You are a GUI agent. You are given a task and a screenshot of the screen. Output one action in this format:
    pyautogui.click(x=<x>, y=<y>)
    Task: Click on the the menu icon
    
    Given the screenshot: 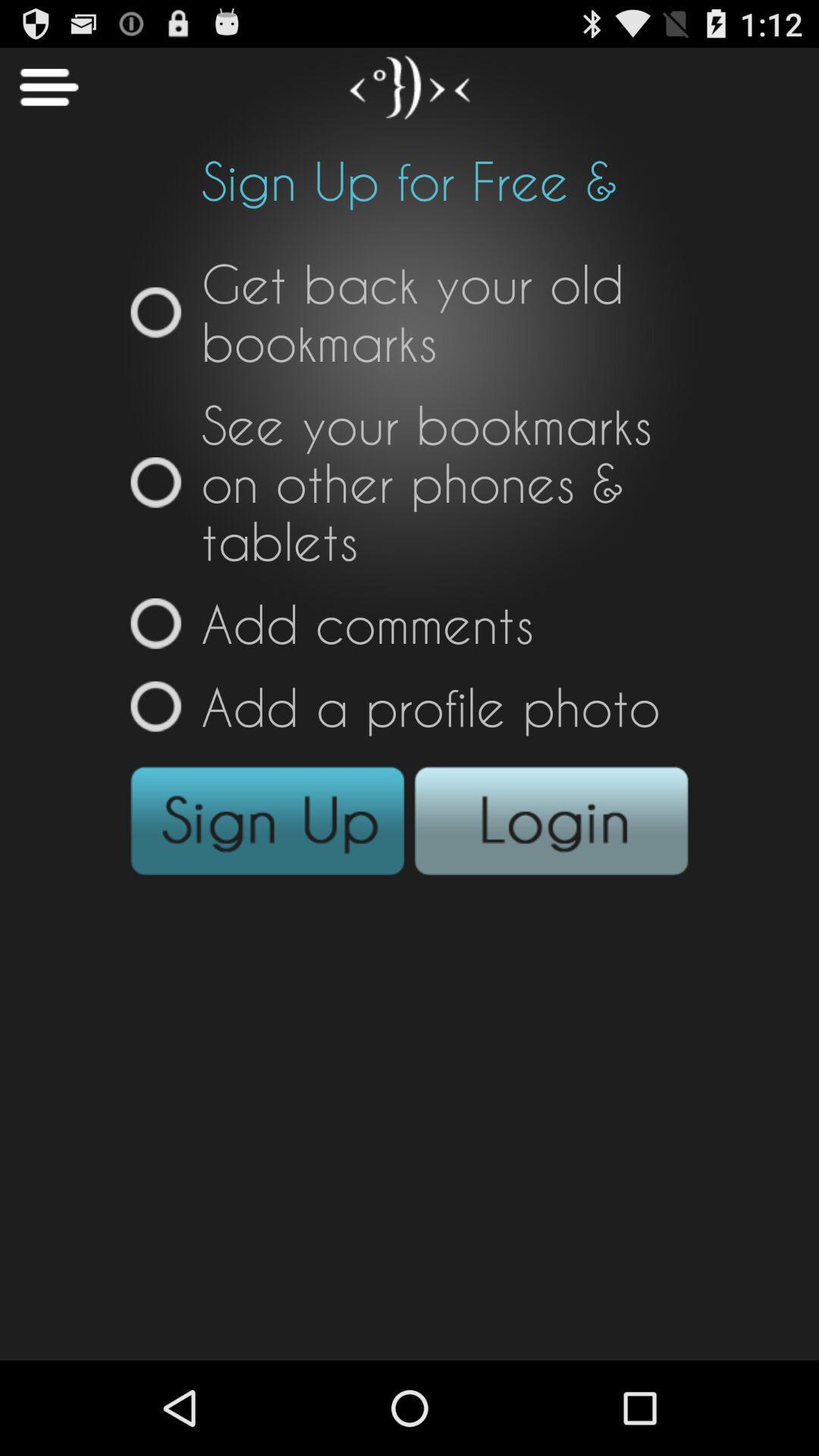 What is the action you would take?
    pyautogui.click(x=38, y=93)
    